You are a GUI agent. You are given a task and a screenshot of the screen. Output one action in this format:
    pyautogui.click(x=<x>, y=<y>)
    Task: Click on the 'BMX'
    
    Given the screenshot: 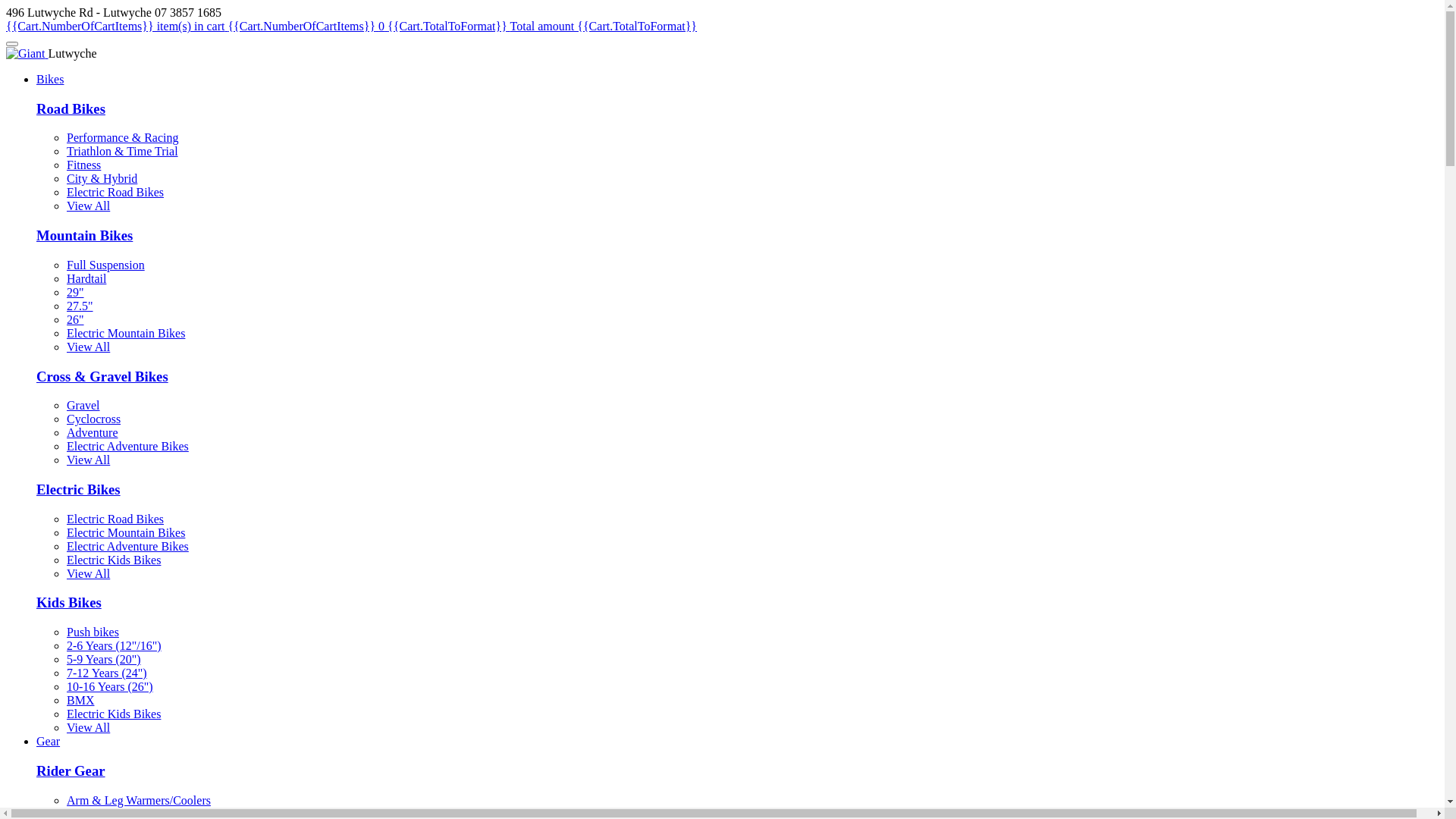 What is the action you would take?
    pyautogui.click(x=79, y=700)
    